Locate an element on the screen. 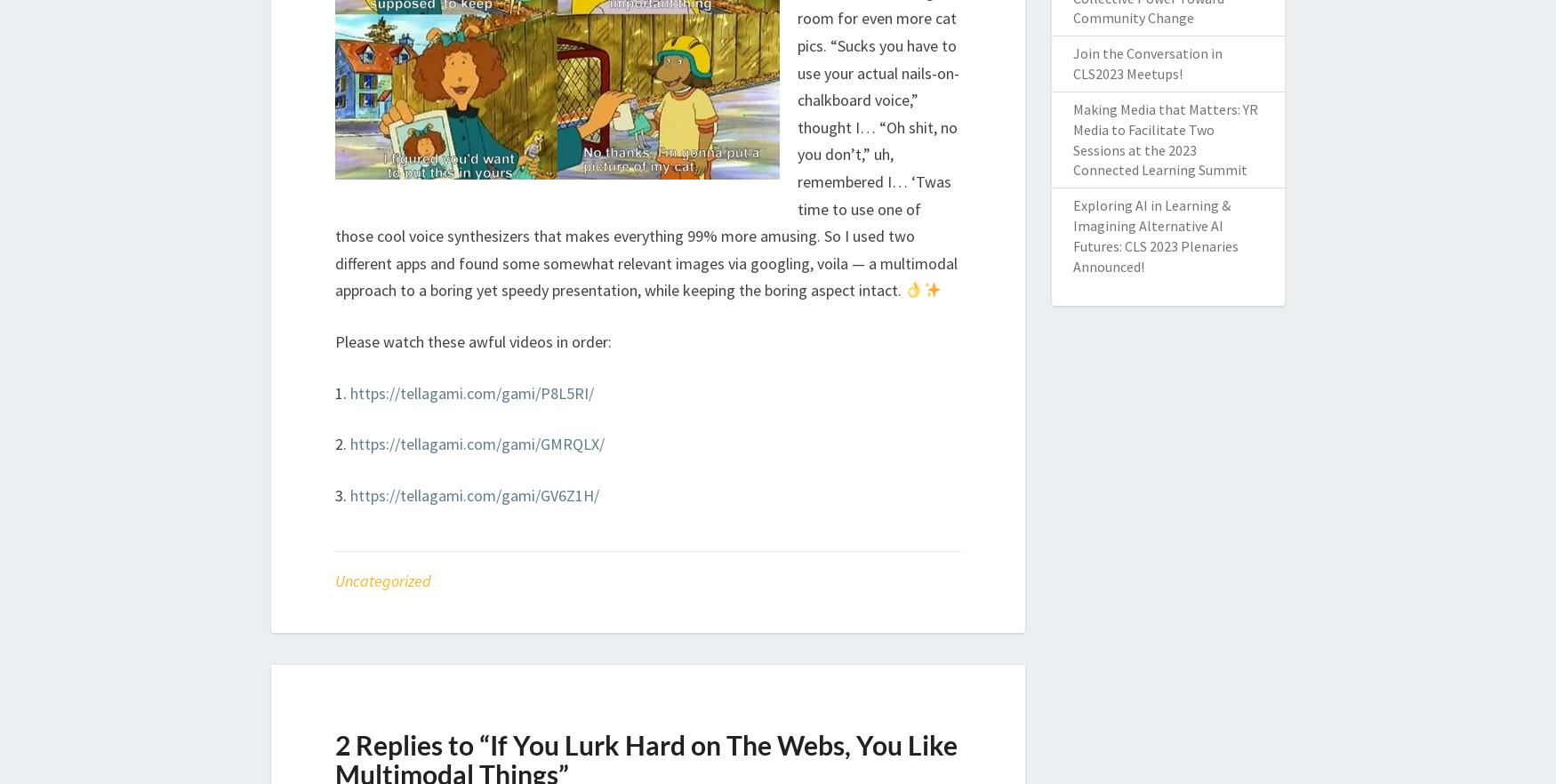  'https://tellagami.com/gami/GMRQLX/' is located at coordinates (477, 443).